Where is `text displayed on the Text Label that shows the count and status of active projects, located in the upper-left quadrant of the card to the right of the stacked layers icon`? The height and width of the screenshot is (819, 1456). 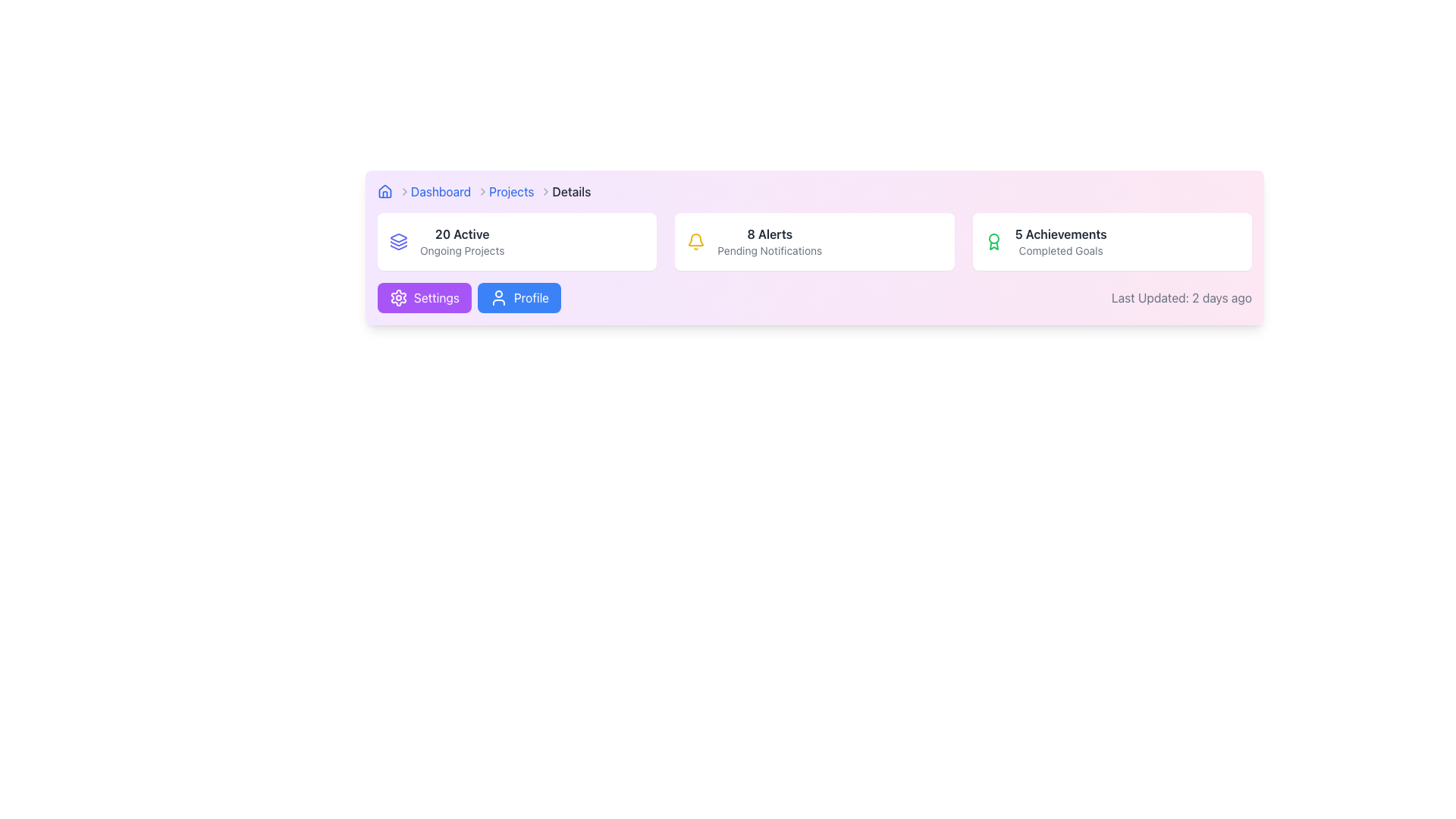 text displayed on the Text Label that shows the count and status of active projects, located in the upper-left quadrant of the card to the right of the stacked layers icon is located at coordinates (461, 234).